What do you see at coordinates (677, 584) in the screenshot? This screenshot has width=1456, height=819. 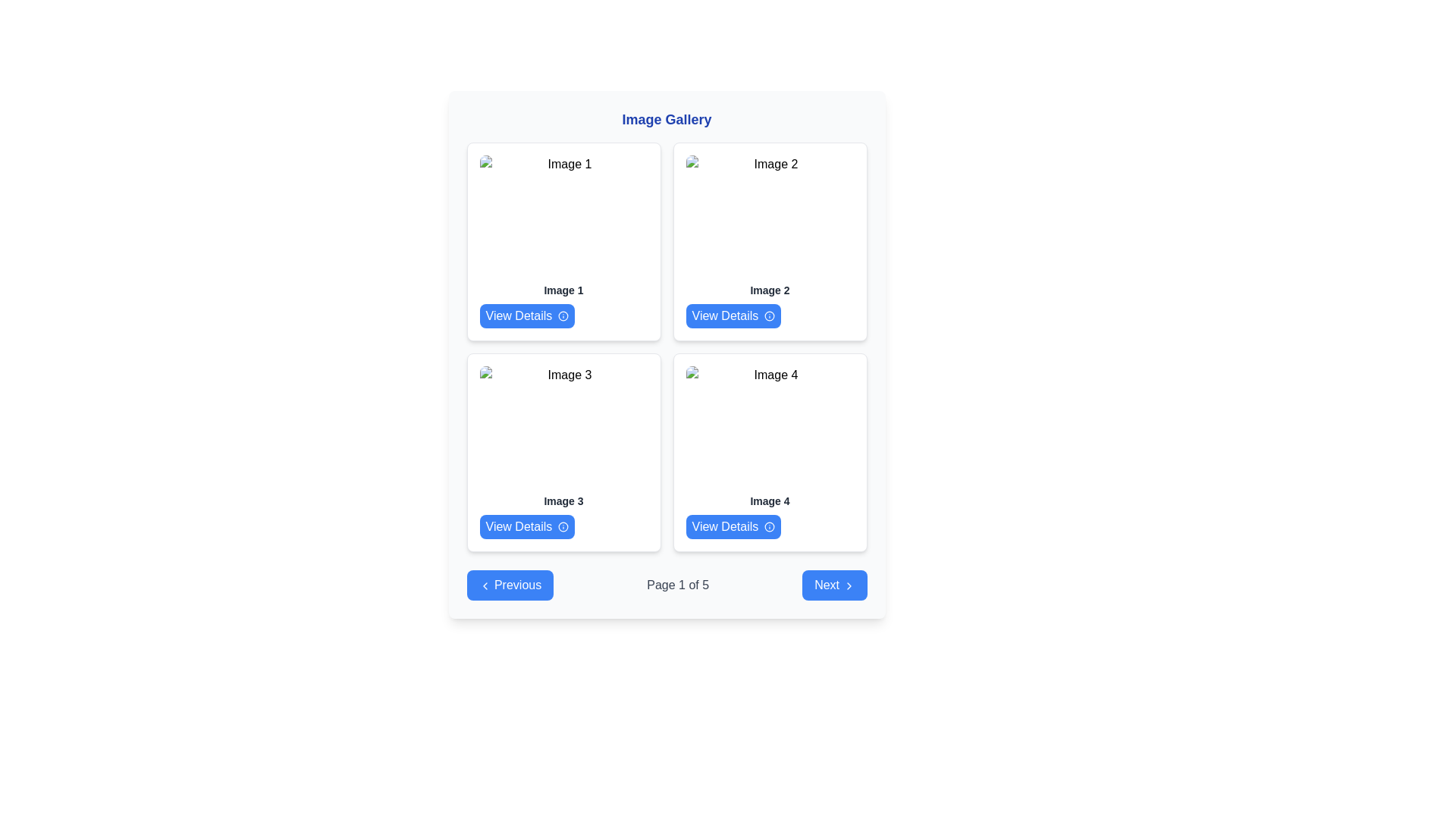 I see `the Text label that displays the current page index and total number of pages in the gallery, located centrally in the pagination control area between the 'Previous' and 'Next' buttons` at bounding box center [677, 584].